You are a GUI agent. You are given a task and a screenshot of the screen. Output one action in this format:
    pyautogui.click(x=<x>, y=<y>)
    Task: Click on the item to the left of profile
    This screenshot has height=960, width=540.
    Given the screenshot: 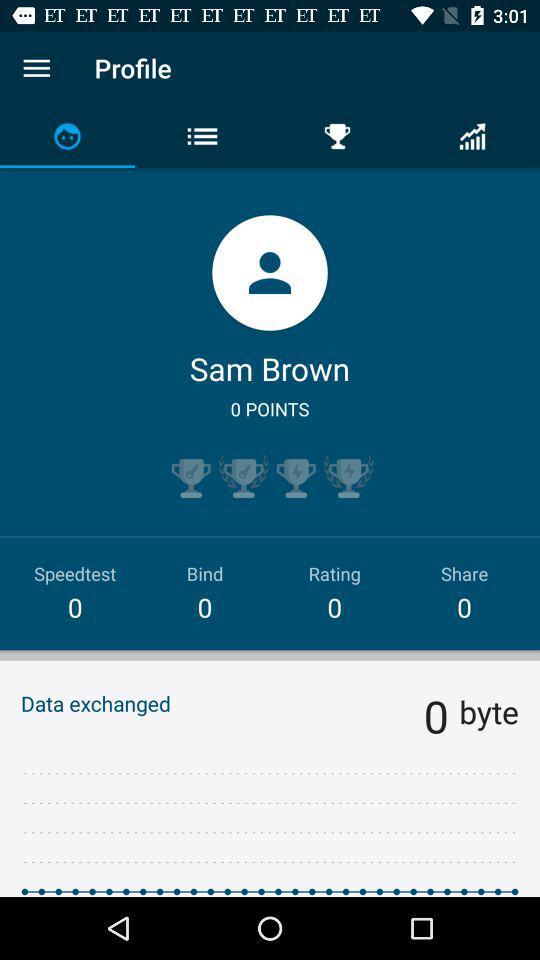 What is the action you would take?
    pyautogui.click(x=36, y=68)
    